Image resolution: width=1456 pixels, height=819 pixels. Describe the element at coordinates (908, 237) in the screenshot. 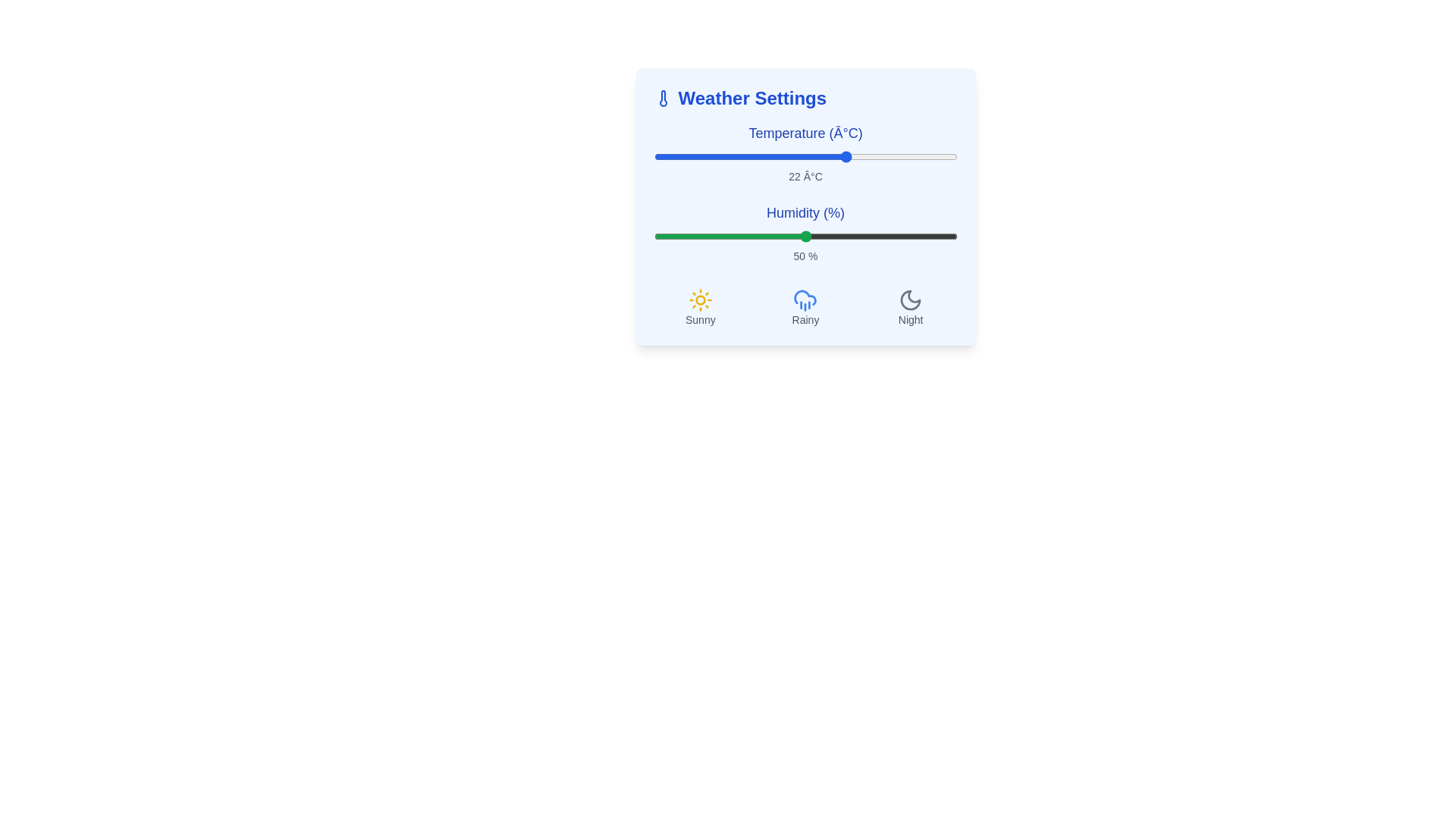

I see `the humidity` at that location.